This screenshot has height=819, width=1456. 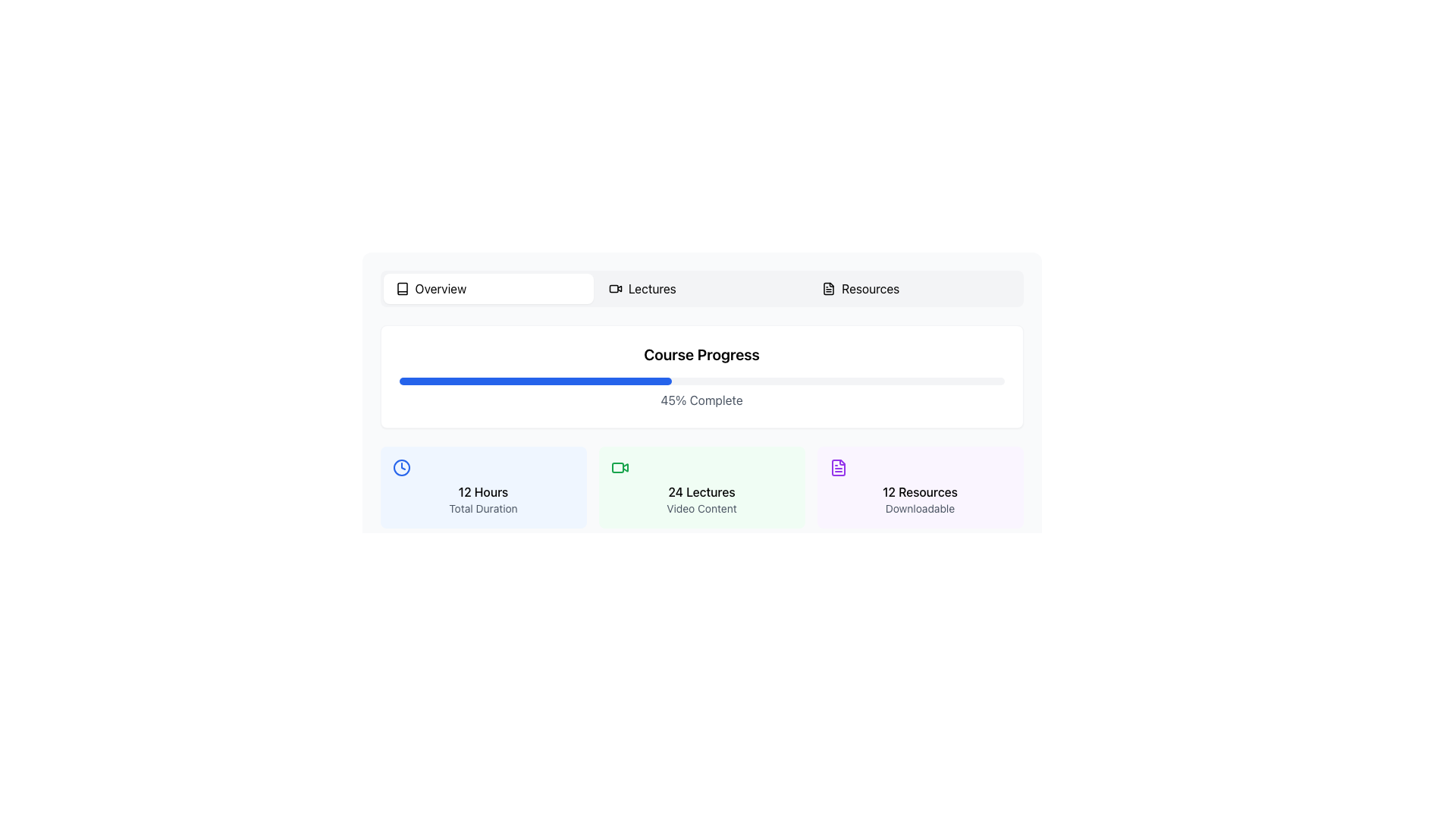 What do you see at coordinates (402, 289) in the screenshot?
I see `the 'Overview' tab icon, which is an SVG graphic located to the left of the tab label` at bounding box center [402, 289].